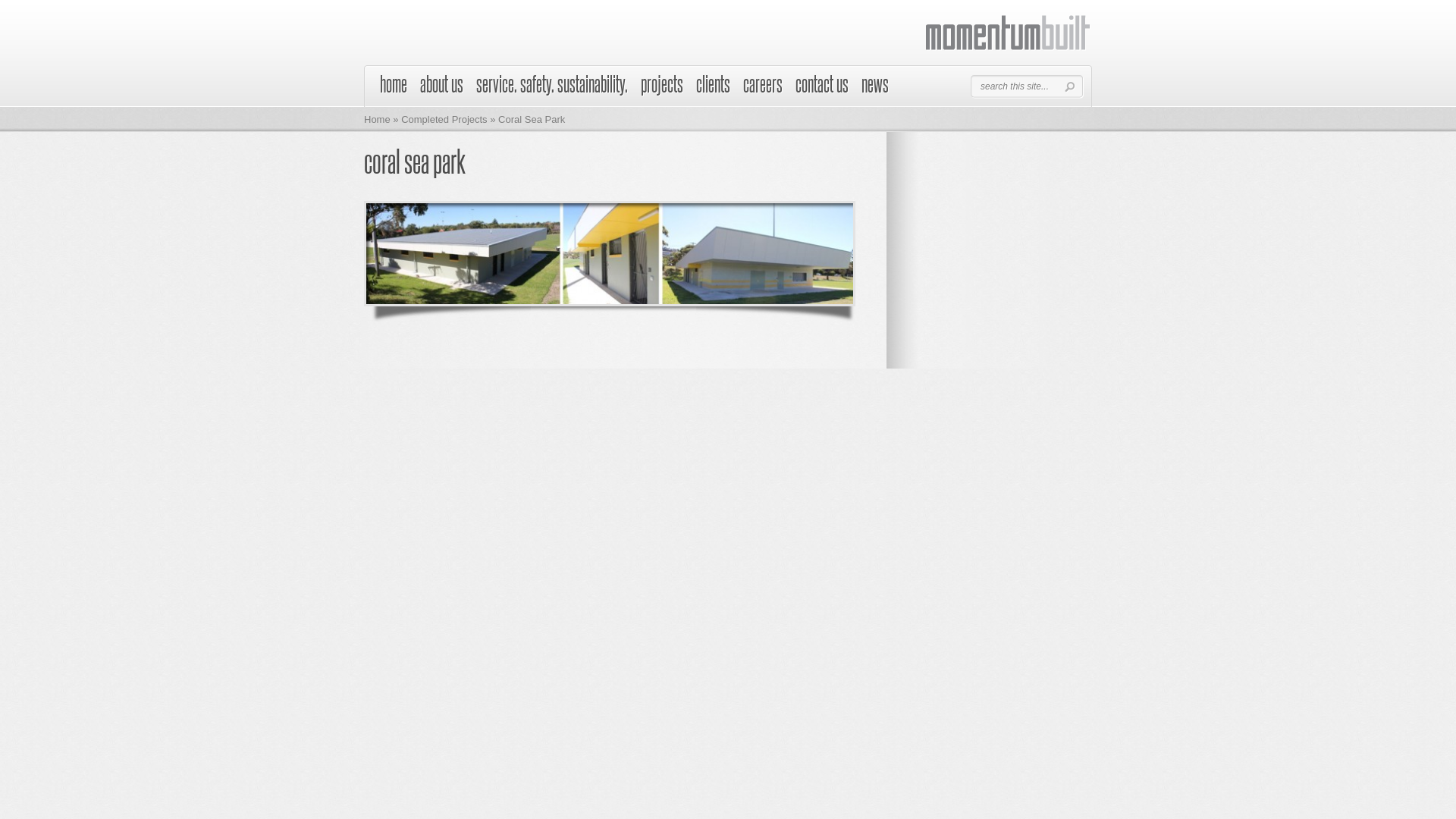  I want to click on 'news', so click(874, 89).